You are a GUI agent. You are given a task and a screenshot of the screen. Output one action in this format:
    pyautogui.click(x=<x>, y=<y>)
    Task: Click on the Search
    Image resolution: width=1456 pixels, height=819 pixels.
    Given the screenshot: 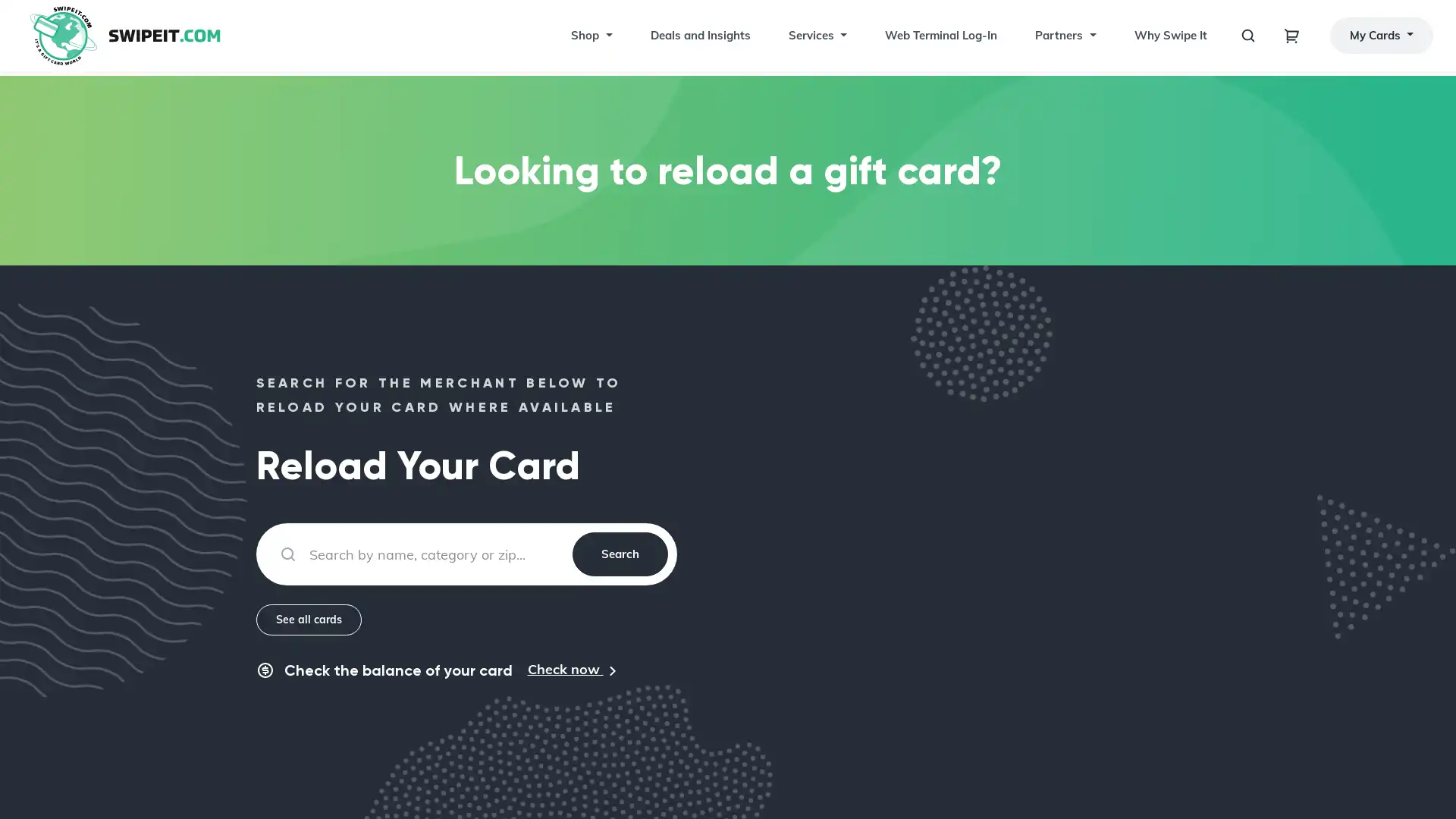 What is the action you would take?
    pyautogui.click(x=619, y=554)
    